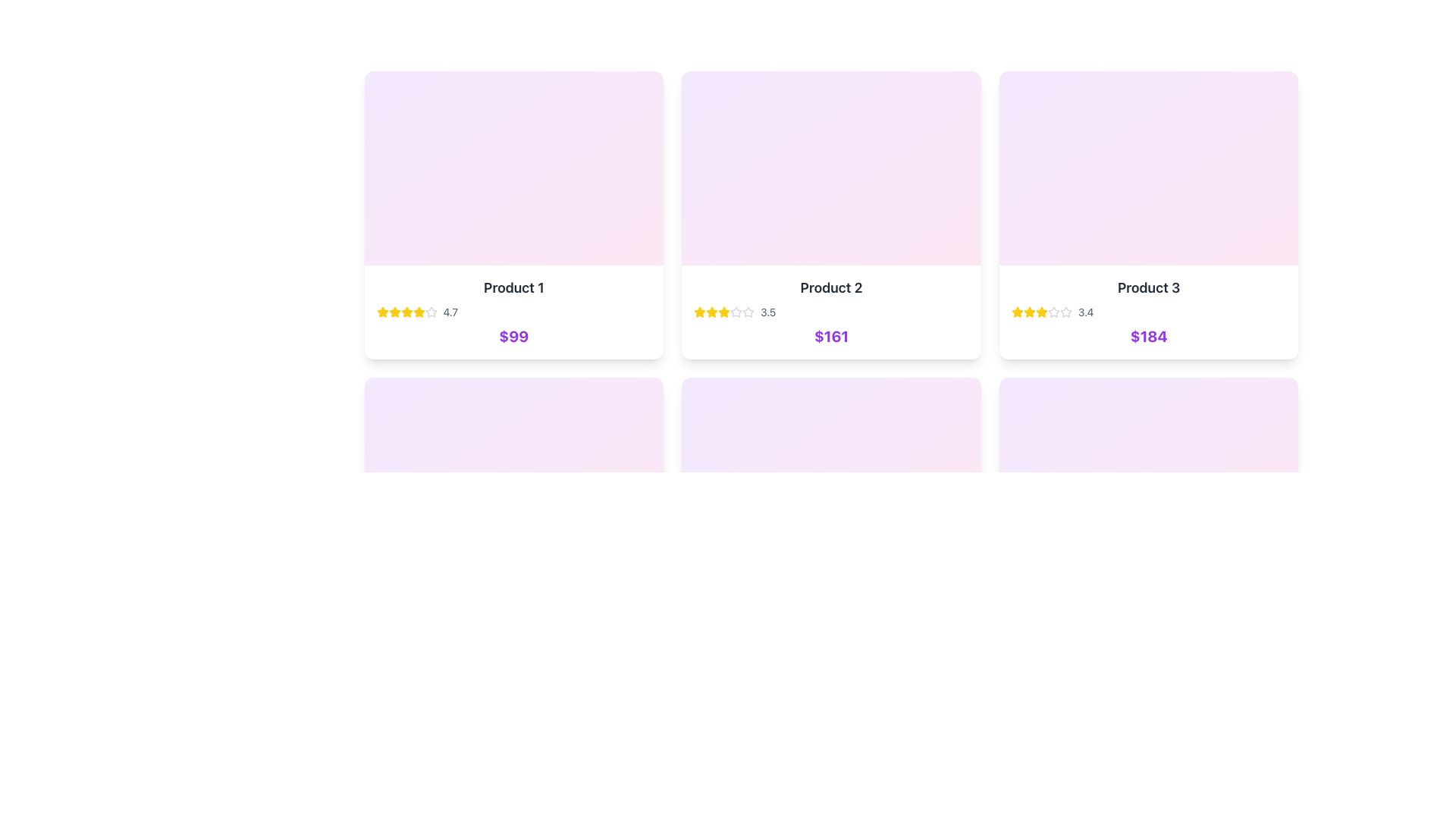 This screenshot has width=1456, height=819. I want to click on the second star icon in the 5-star rating system below the 'Product 3' label to alter the rating, so click(1065, 311).